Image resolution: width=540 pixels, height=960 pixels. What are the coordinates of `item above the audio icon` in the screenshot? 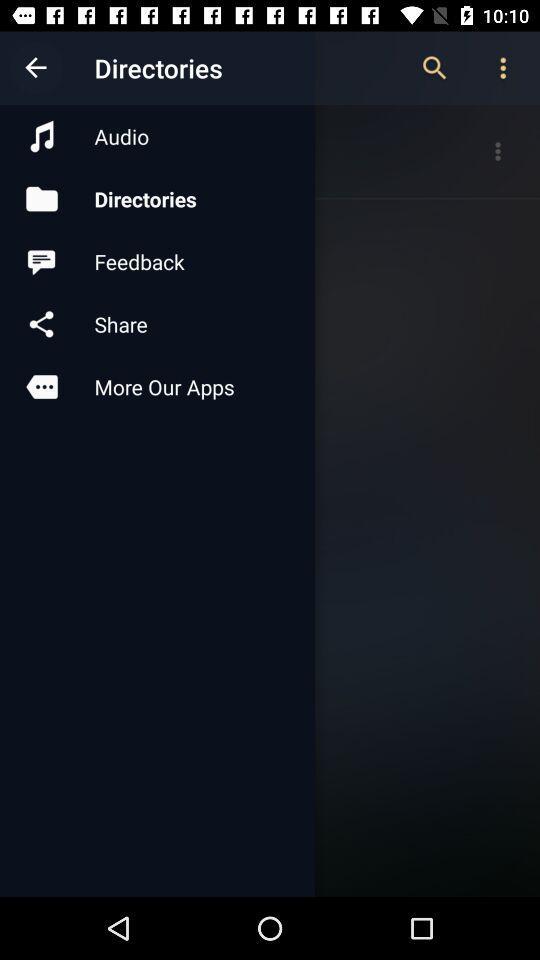 It's located at (36, 68).